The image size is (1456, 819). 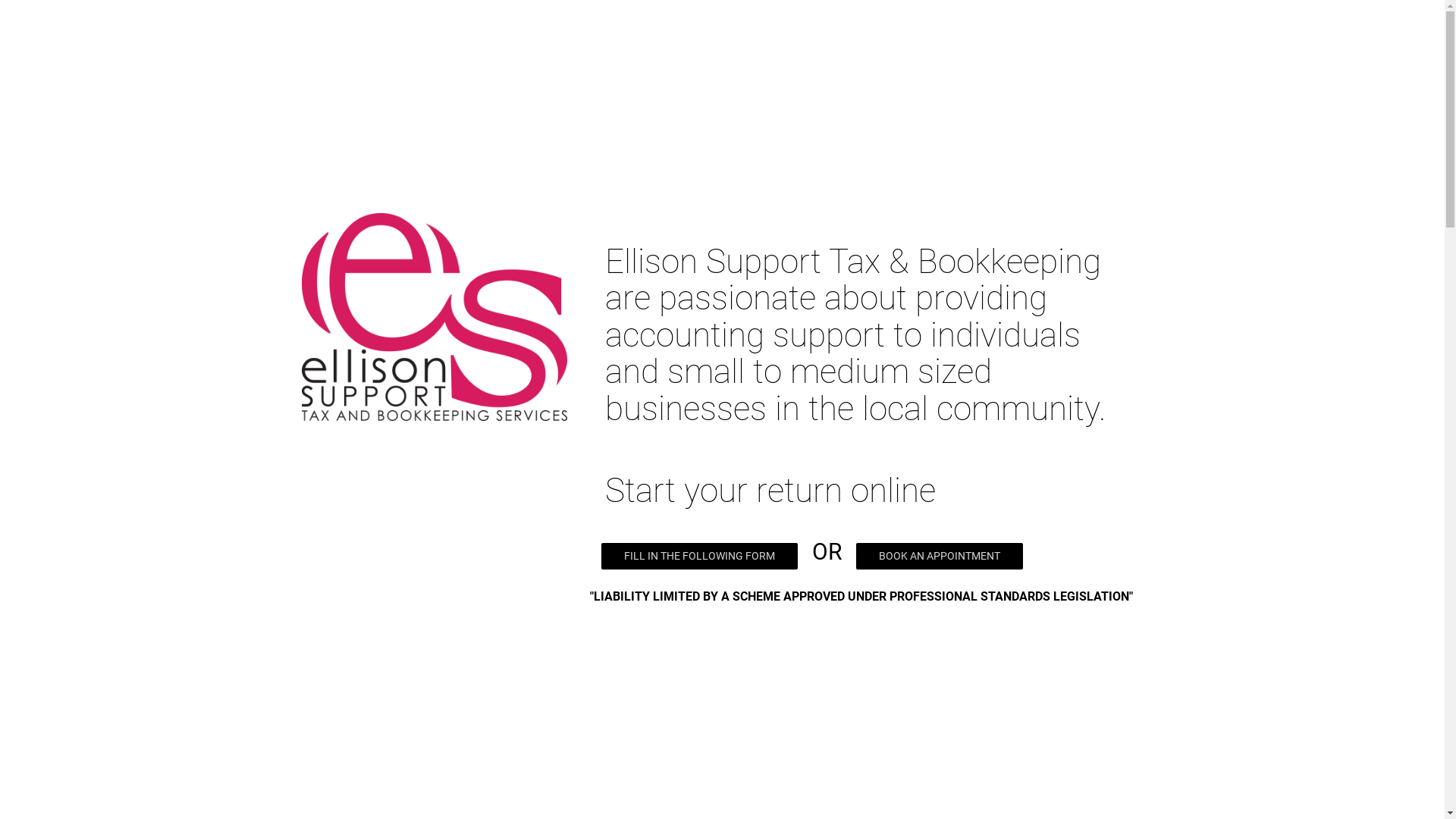 I want to click on 'BOOK AN APPOINTMENT', so click(x=938, y=556).